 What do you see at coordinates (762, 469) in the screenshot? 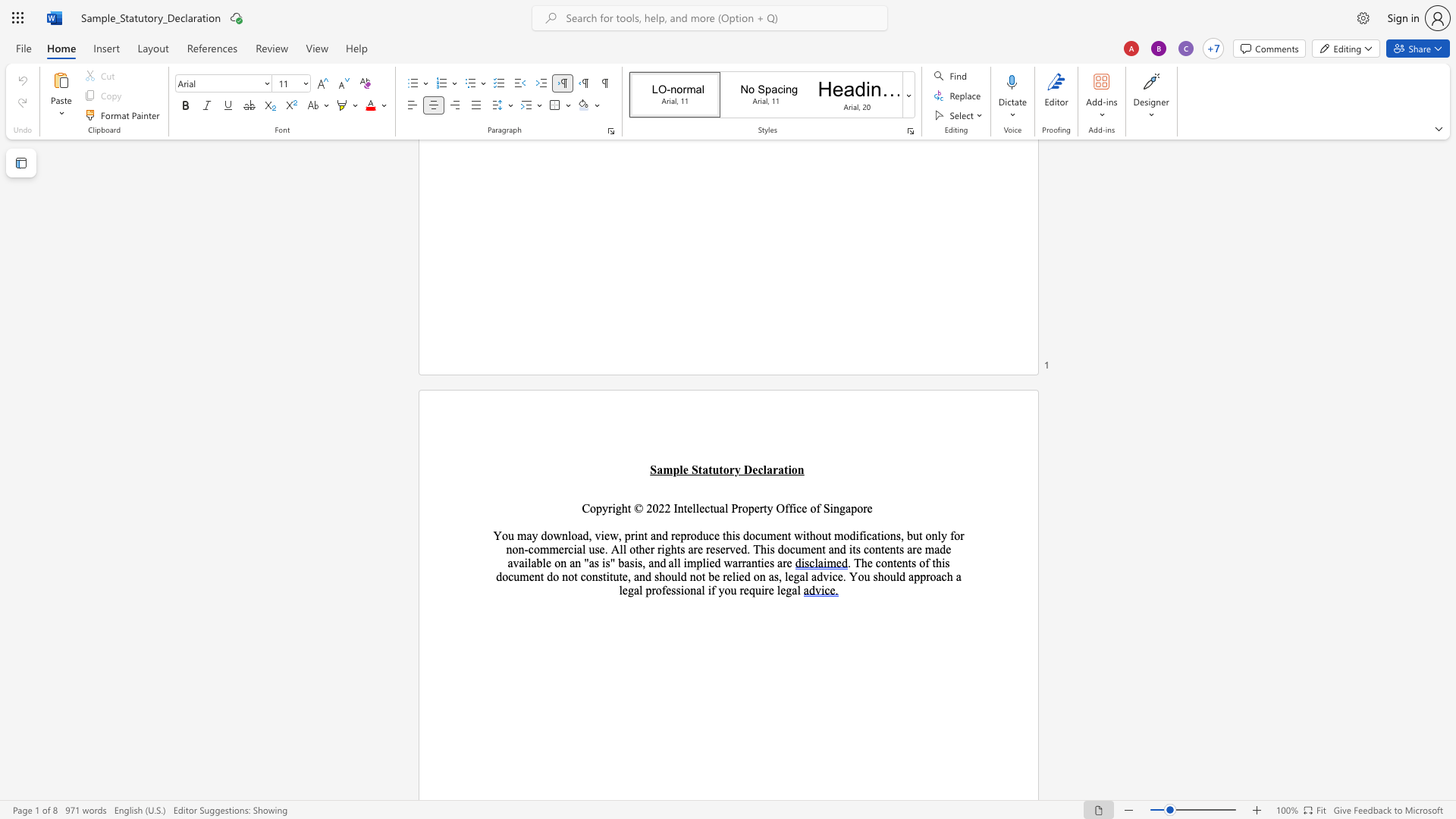
I see `the space between the continuous character "c" and "l" in the text` at bounding box center [762, 469].